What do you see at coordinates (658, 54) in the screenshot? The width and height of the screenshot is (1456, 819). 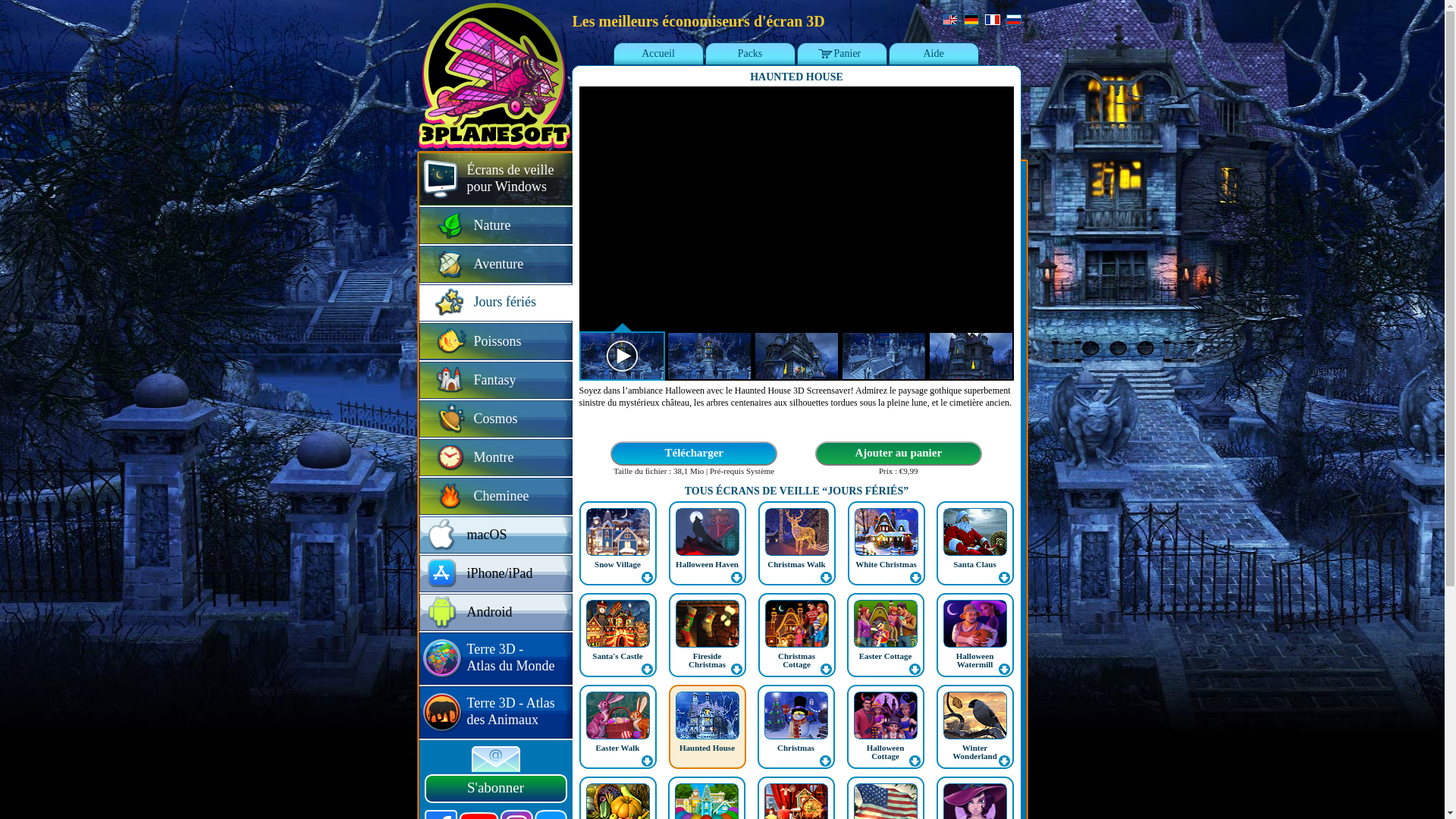 I see `'Accueil'` at bounding box center [658, 54].